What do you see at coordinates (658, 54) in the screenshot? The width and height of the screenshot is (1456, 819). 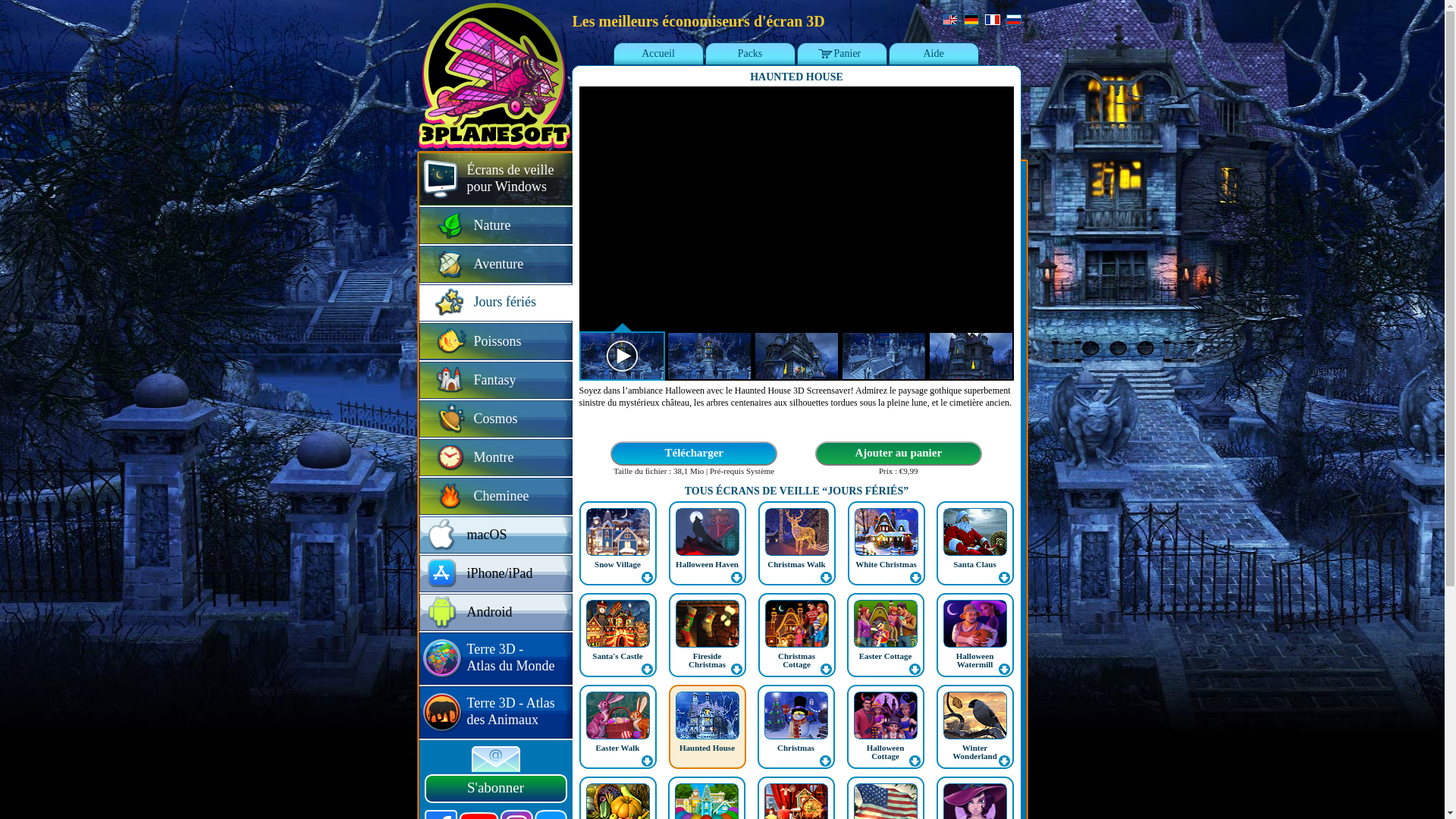 I see `'Accueil'` at bounding box center [658, 54].